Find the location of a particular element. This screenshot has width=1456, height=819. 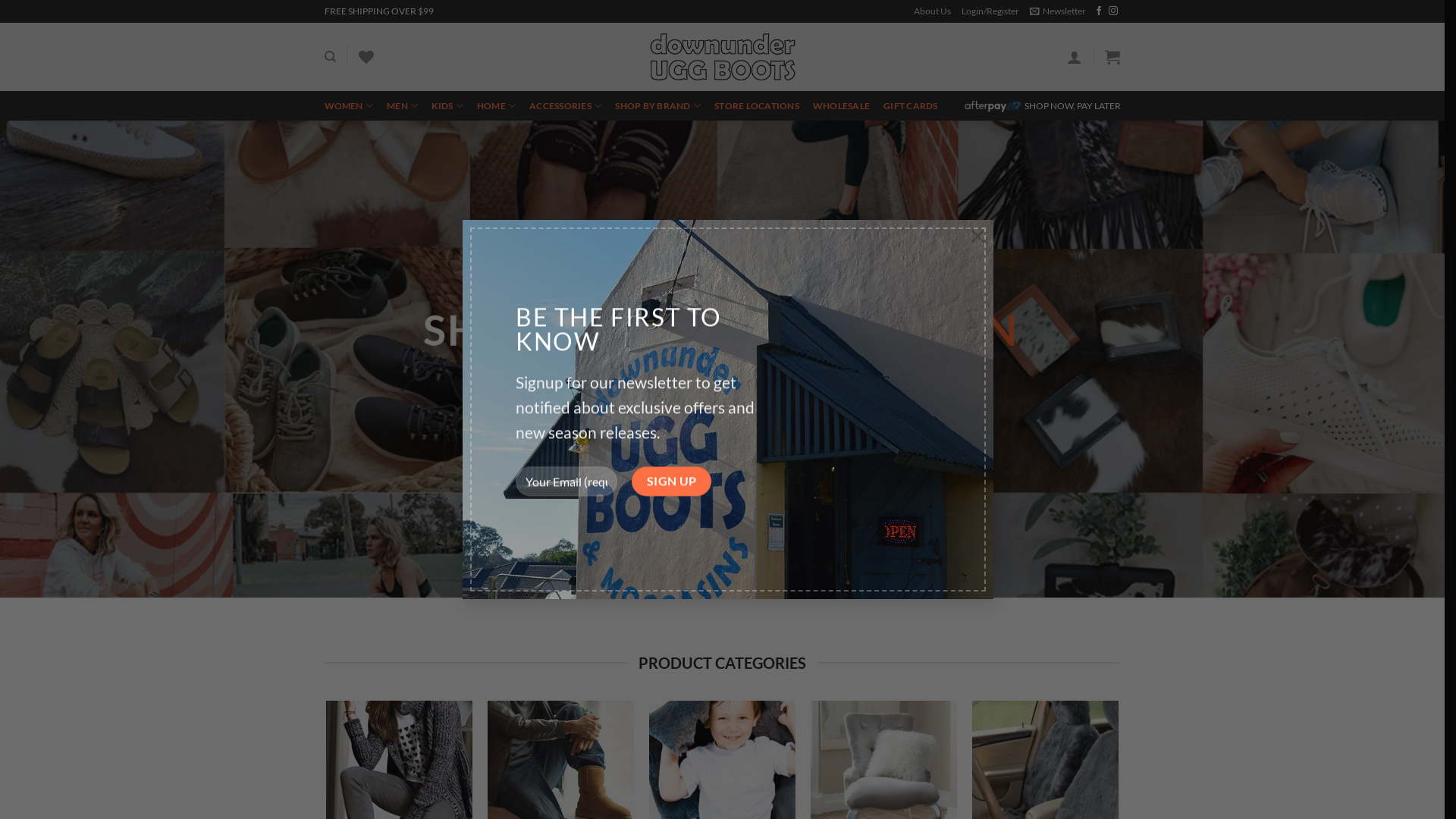

'Newsletter' is located at coordinates (1057, 11).